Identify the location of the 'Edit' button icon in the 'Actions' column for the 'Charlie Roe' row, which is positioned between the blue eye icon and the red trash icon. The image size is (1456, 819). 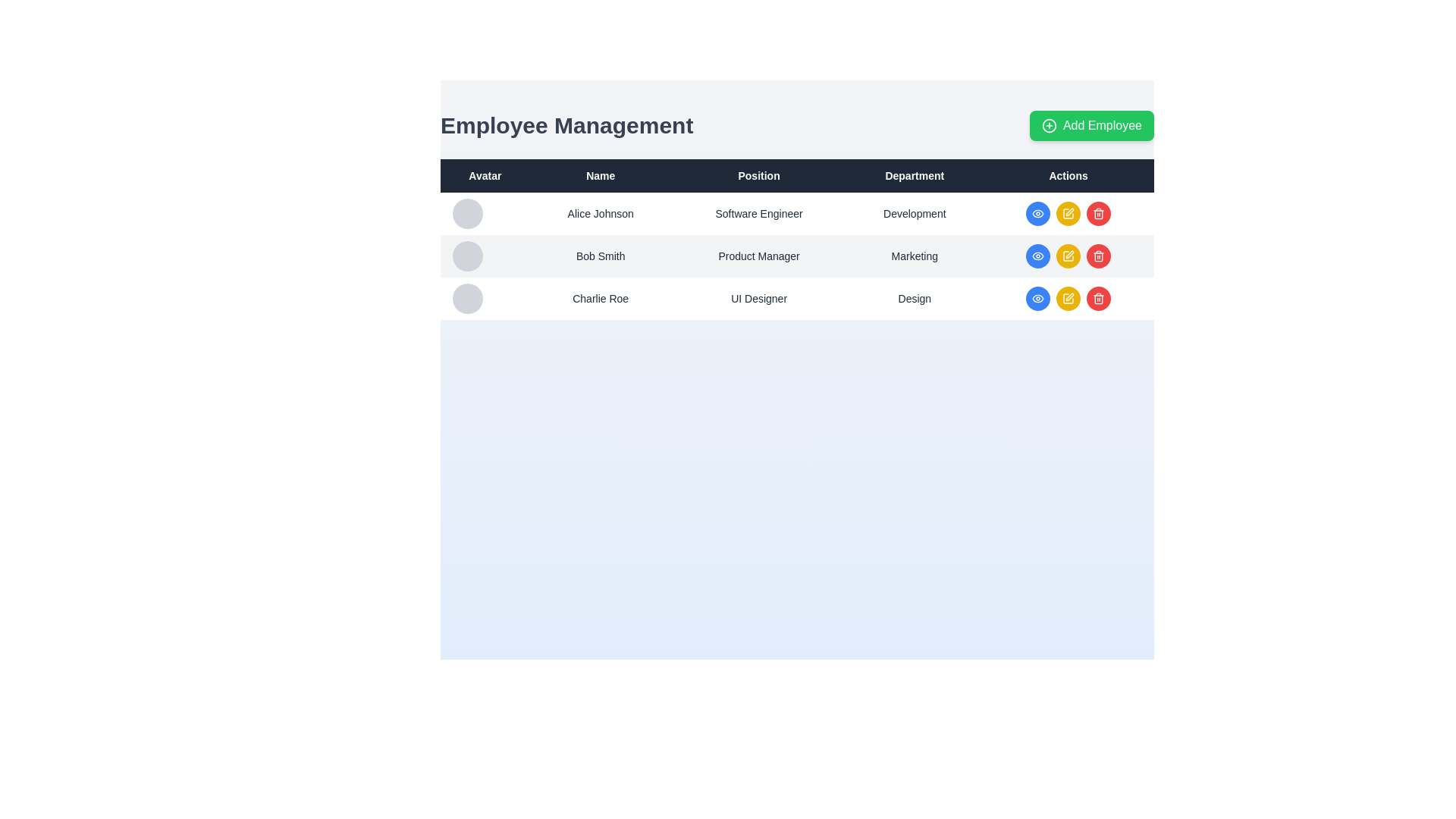
(1068, 298).